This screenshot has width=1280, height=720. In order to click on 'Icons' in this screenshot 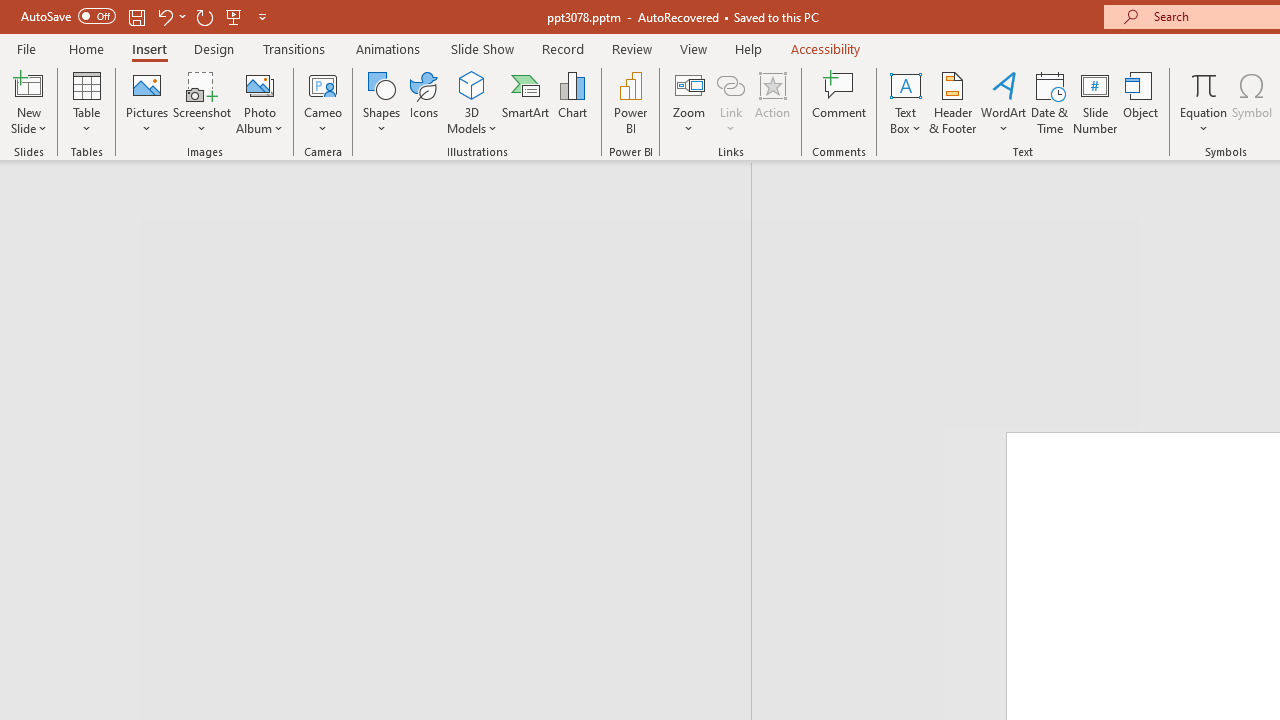, I will do `click(423, 103)`.